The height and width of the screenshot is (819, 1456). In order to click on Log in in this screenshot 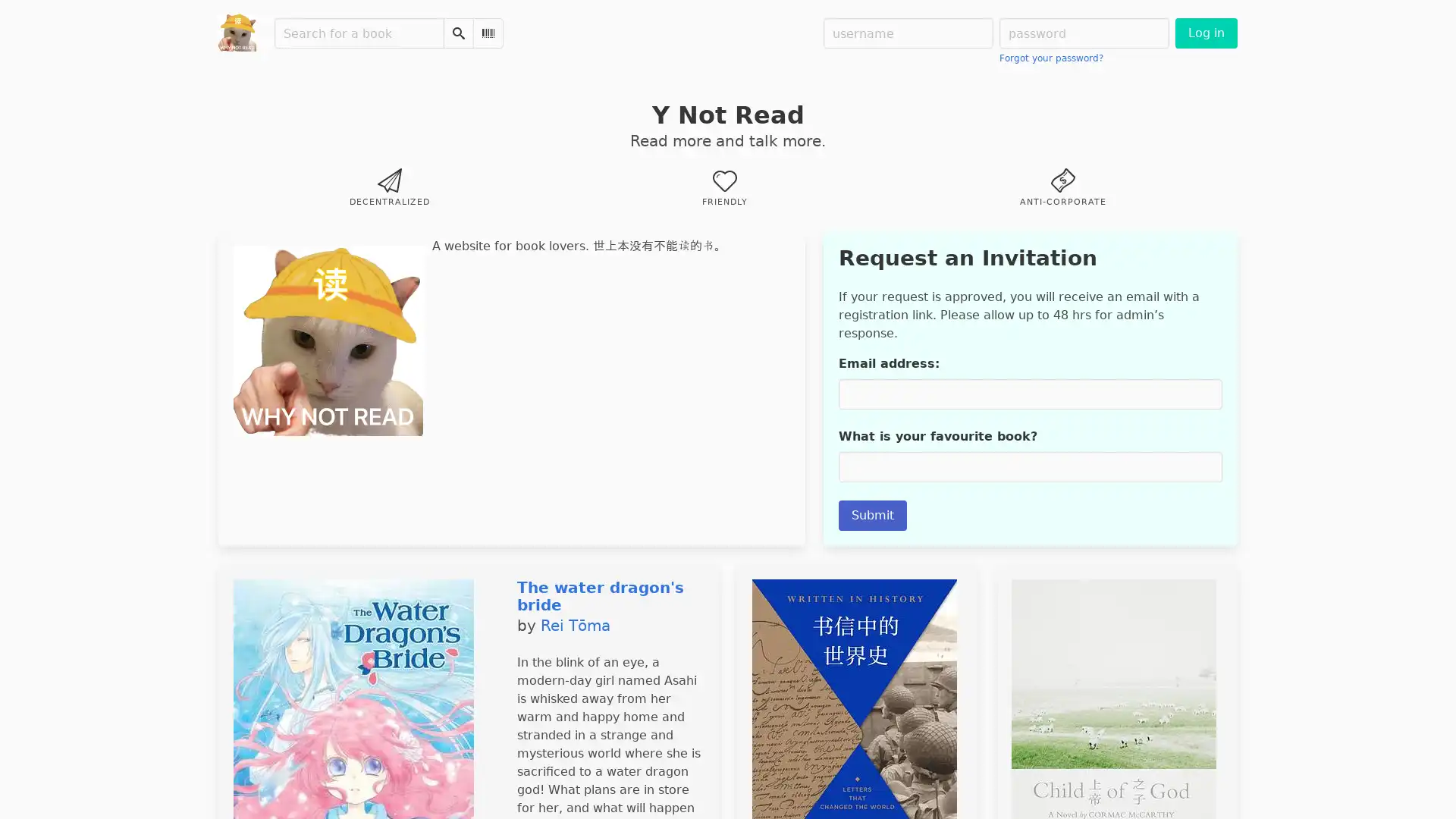, I will do `click(1205, 33)`.